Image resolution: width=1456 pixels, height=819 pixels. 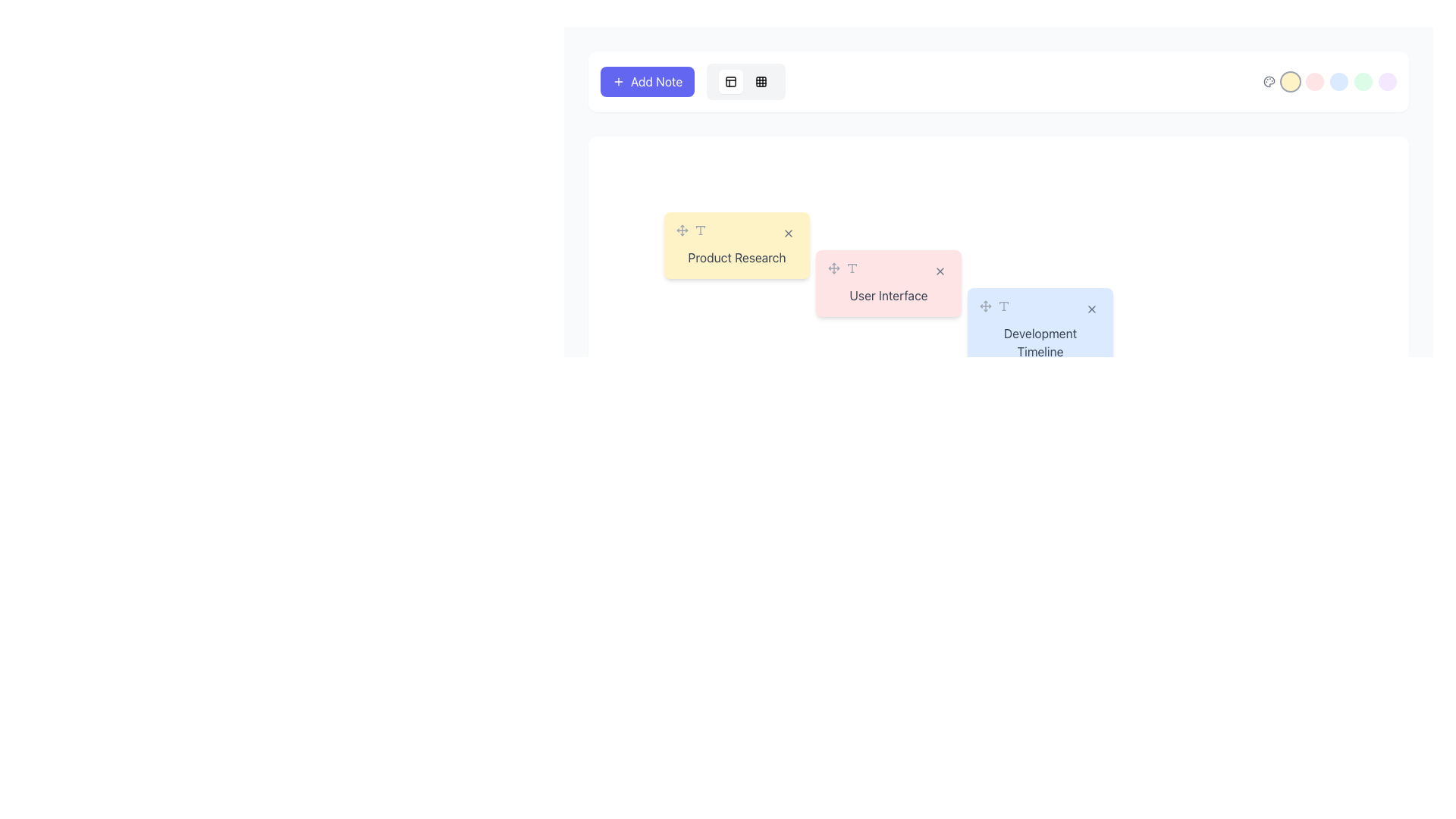 I want to click on the colorful circles in the toolbar located at the top middle section of the interface, so click(x=998, y=82).